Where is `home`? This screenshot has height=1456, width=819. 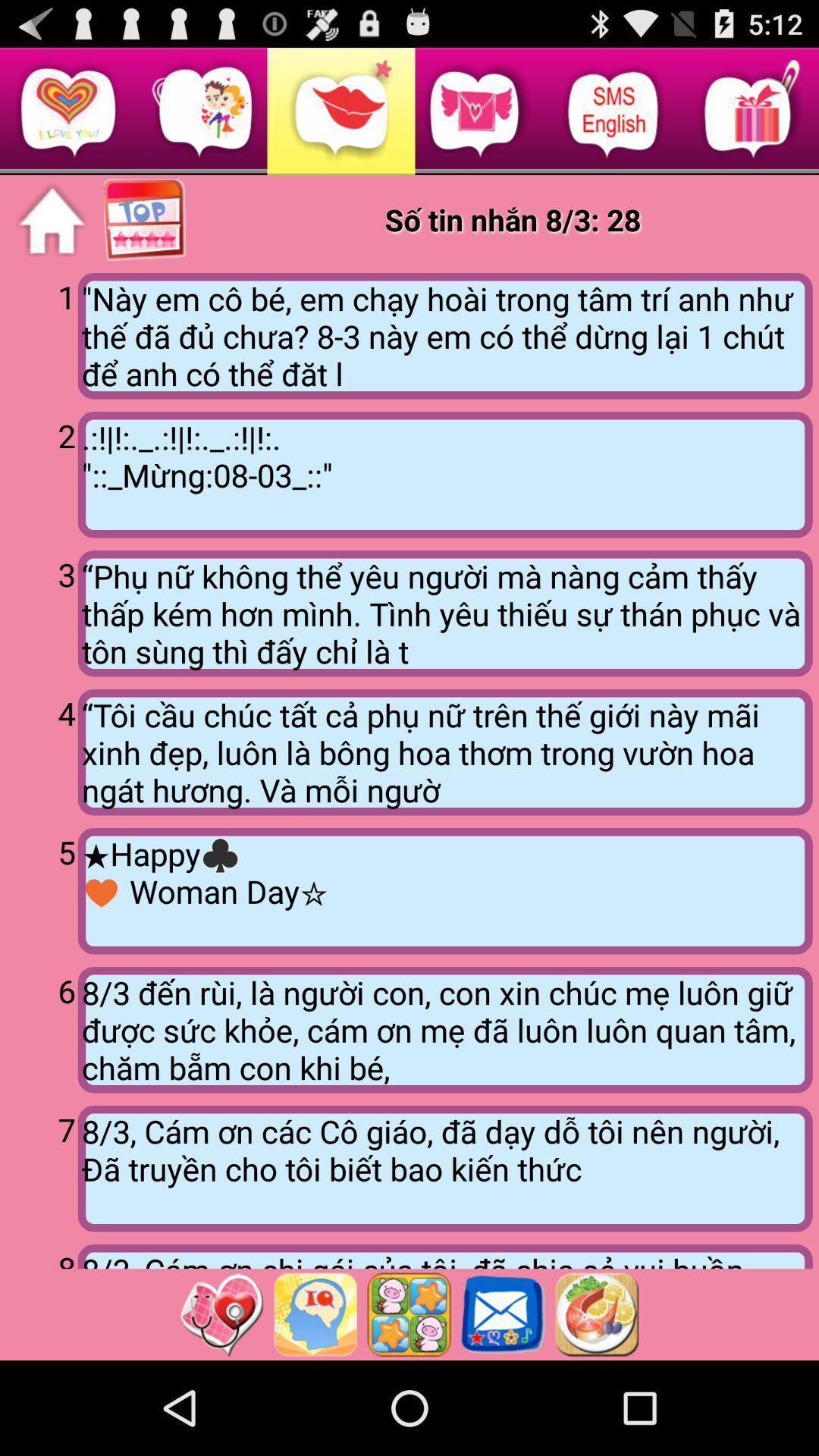 home is located at coordinates (51, 220).